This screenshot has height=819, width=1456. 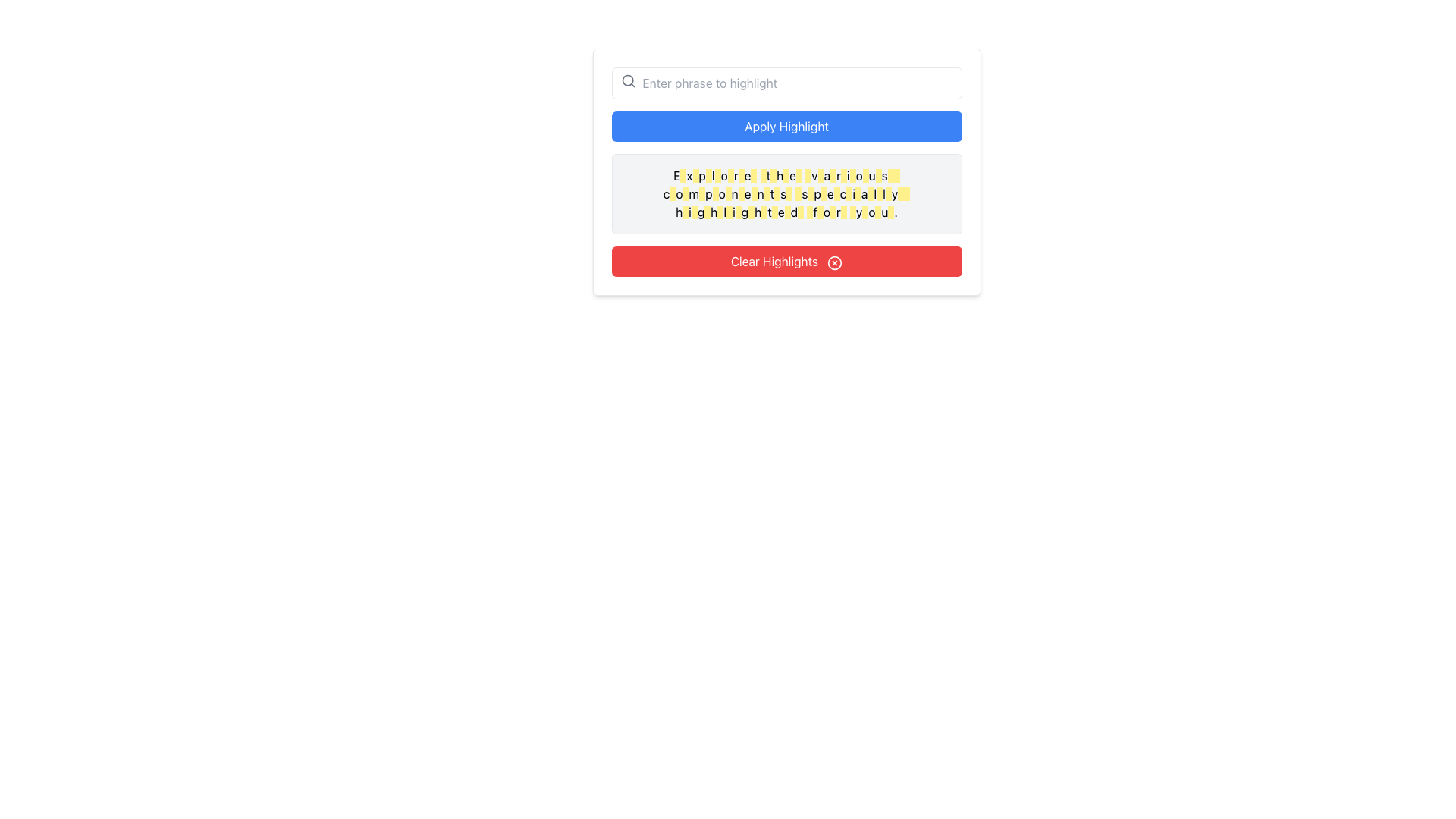 What do you see at coordinates (810, 193) in the screenshot?
I see `the 24th Highlight marker that emphasizes the word 'specially' in the yellow-highlighted text` at bounding box center [810, 193].